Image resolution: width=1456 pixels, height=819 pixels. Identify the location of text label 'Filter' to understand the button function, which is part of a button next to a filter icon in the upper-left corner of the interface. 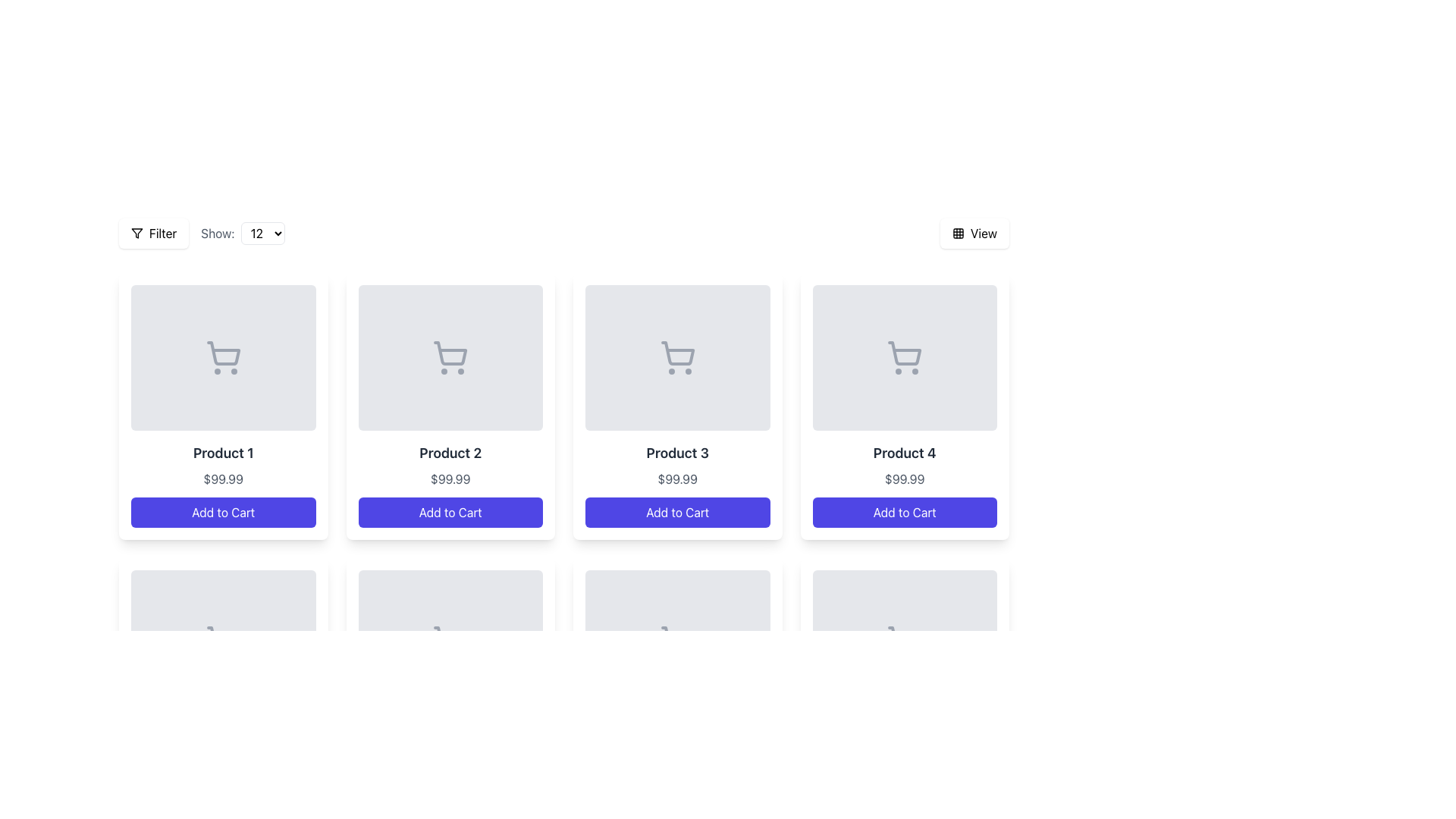
(163, 234).